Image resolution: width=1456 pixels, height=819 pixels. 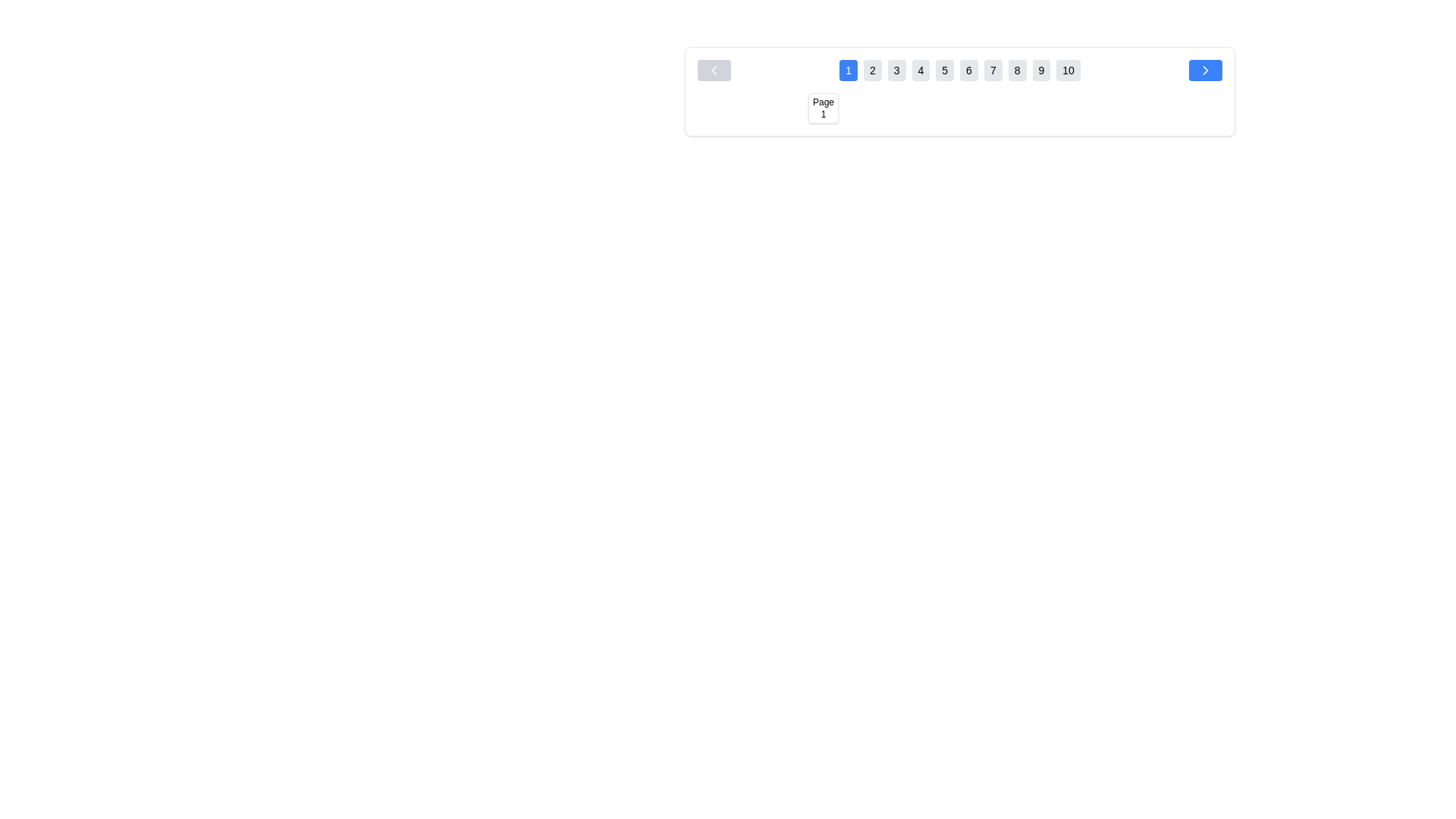 I want to click on the small, rounded square button labeled '5' in the pagination panel, so click(x=944, y=107).